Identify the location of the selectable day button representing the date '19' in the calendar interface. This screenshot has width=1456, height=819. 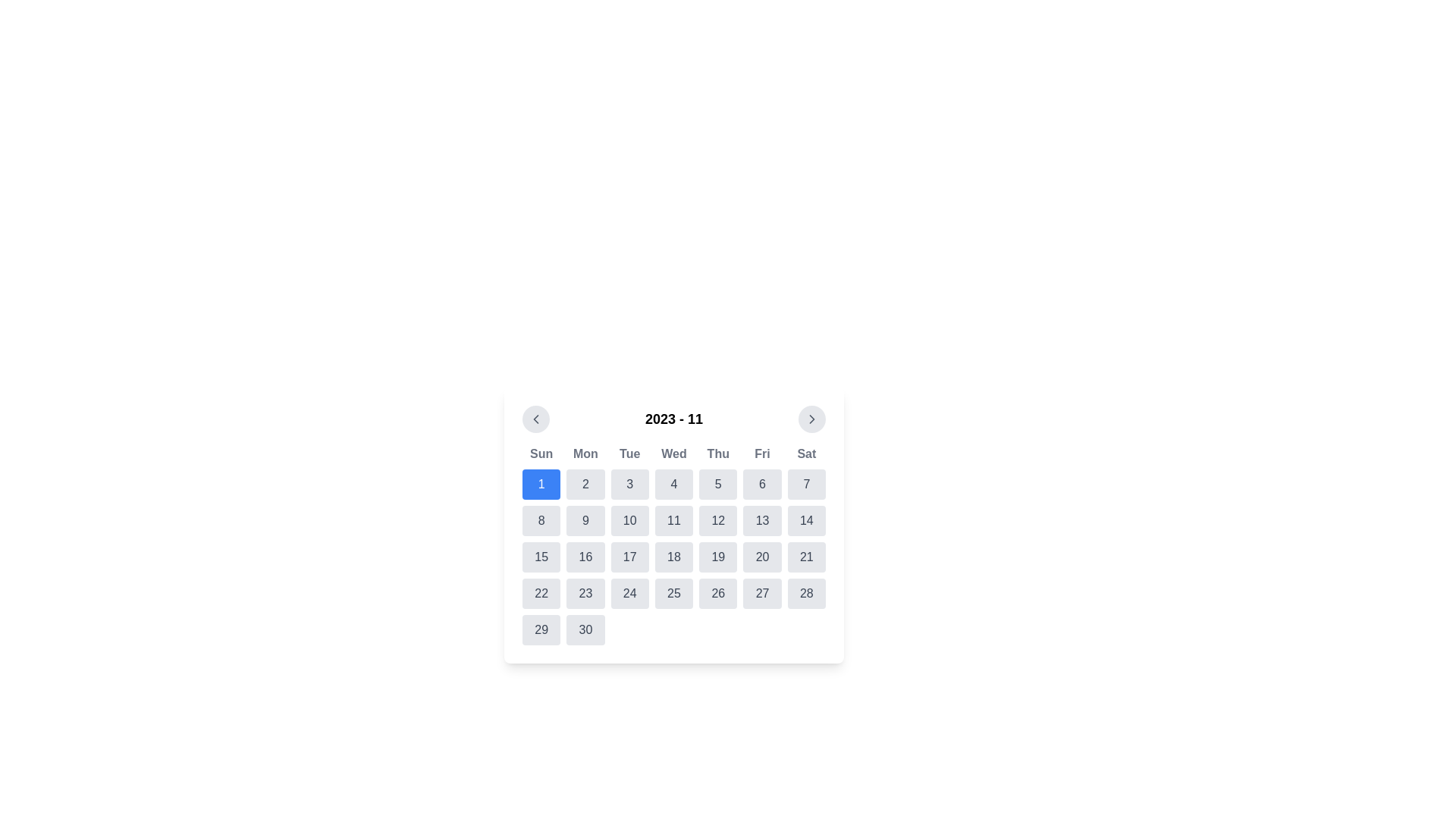
(717, 557).